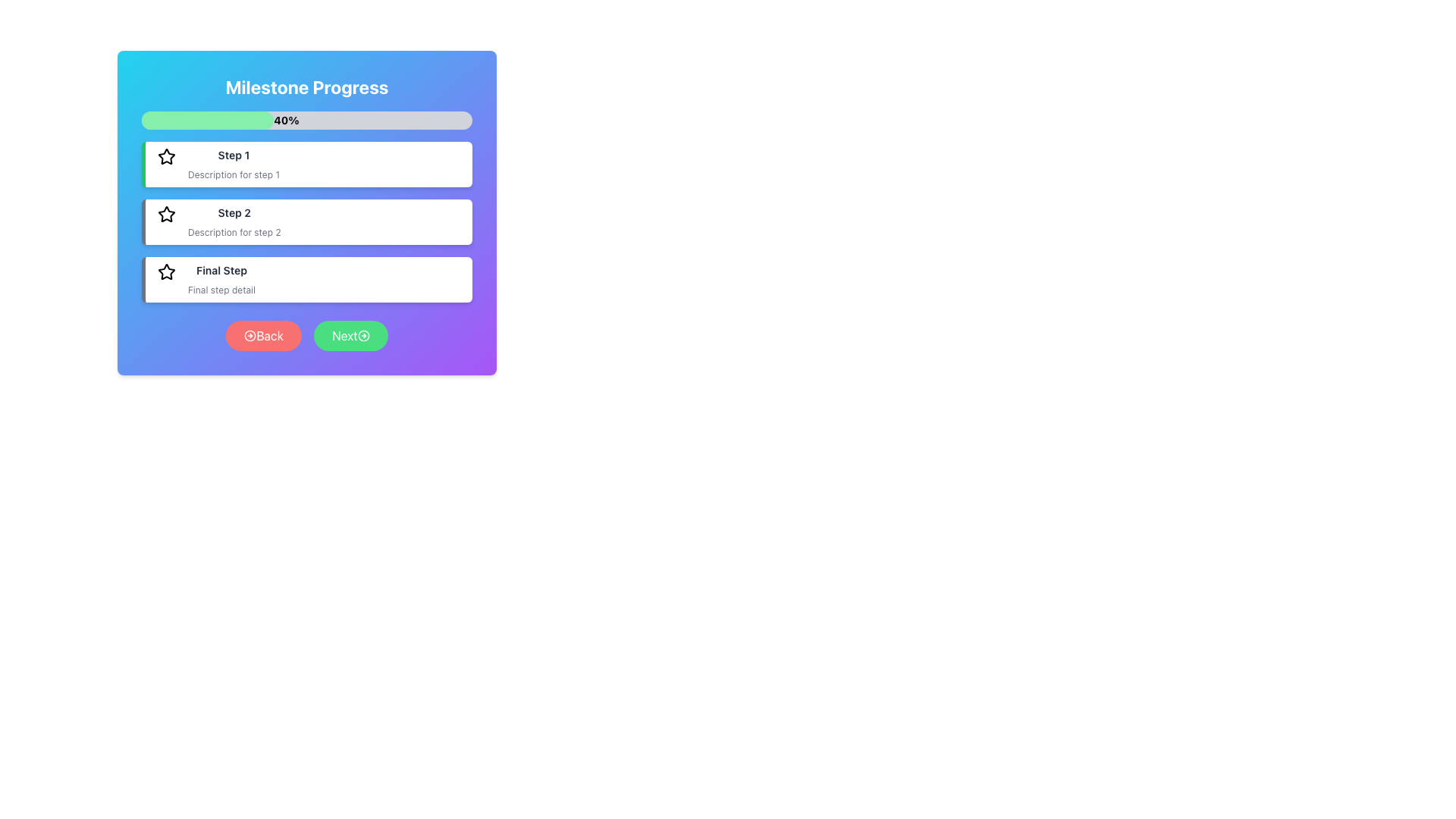 Image resolution: width=1456 pixels, height=819 pixels. Describe the element at coordinates (167, 271) in the screenshot. I see `the outlined star-shaped icon located at the leftmost side of the 'Final Step' section` at that location.